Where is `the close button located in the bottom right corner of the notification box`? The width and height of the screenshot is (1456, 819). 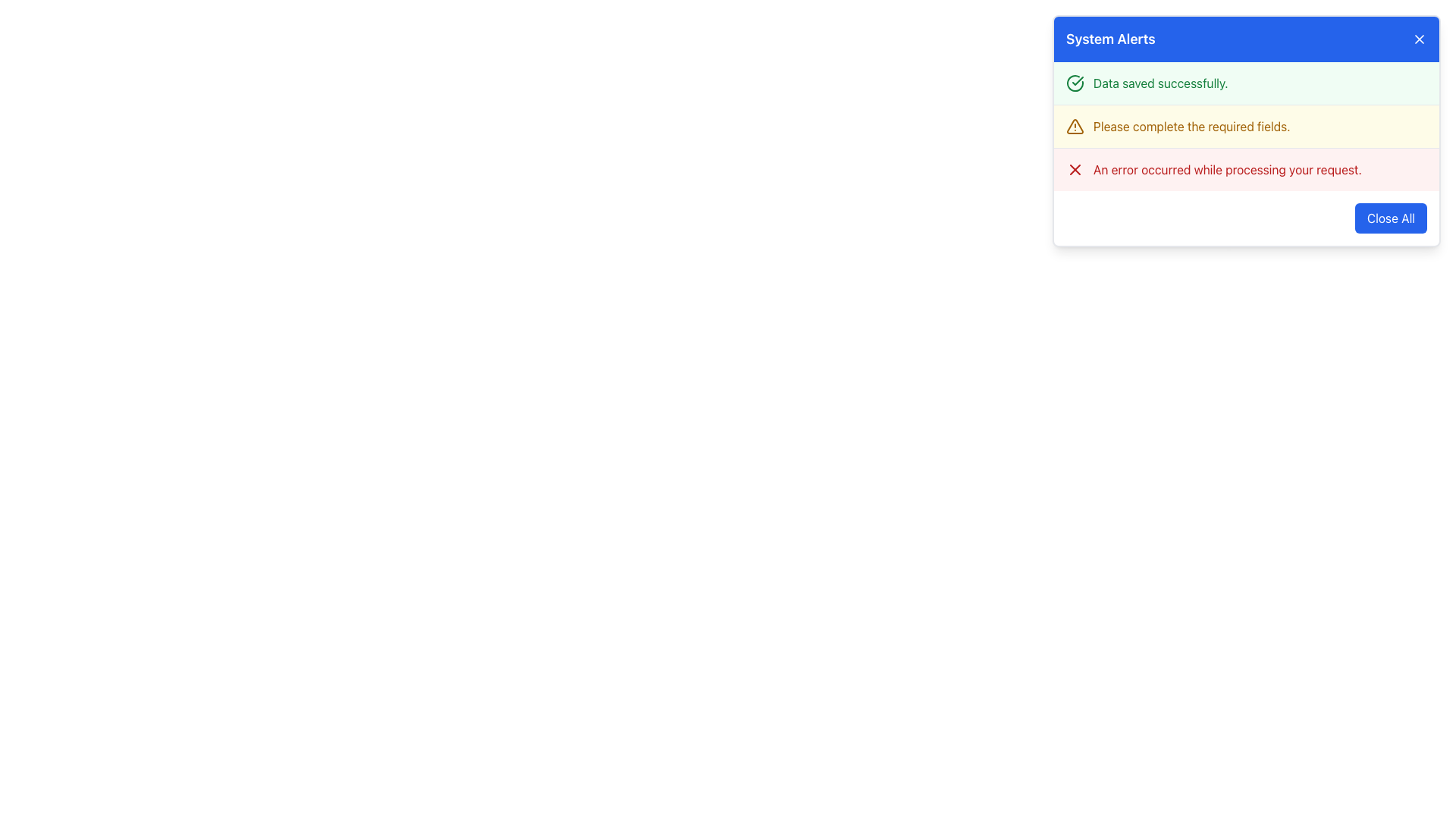
the close button located in the bottom right corner of the notification box is located at coordinates (1246, 218).